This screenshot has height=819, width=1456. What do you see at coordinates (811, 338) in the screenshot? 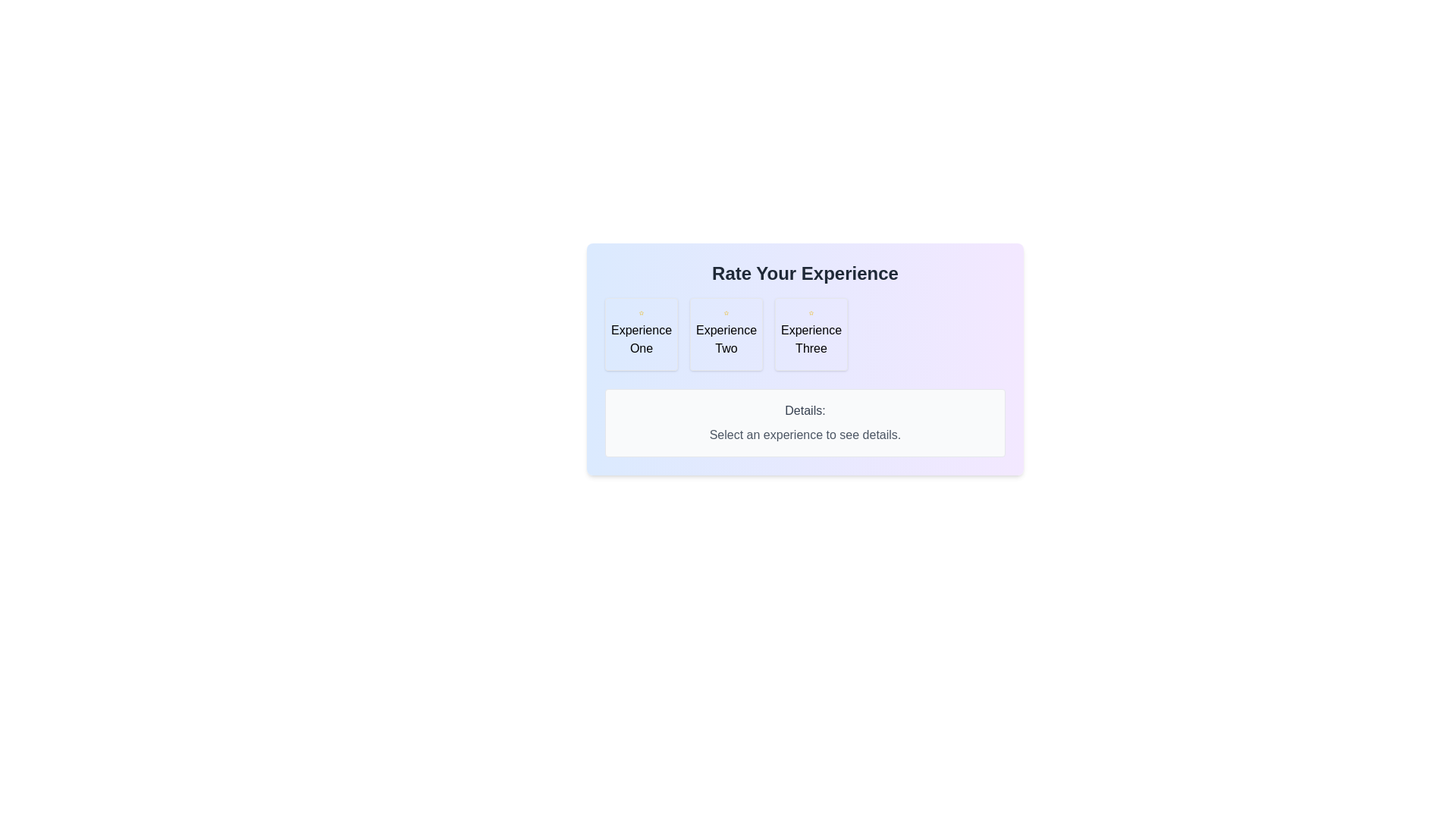
I see `the text label within the last card under the title 'Rate Your Experience', which represents a selectable option for an experience` at bounding box center [811, 338].